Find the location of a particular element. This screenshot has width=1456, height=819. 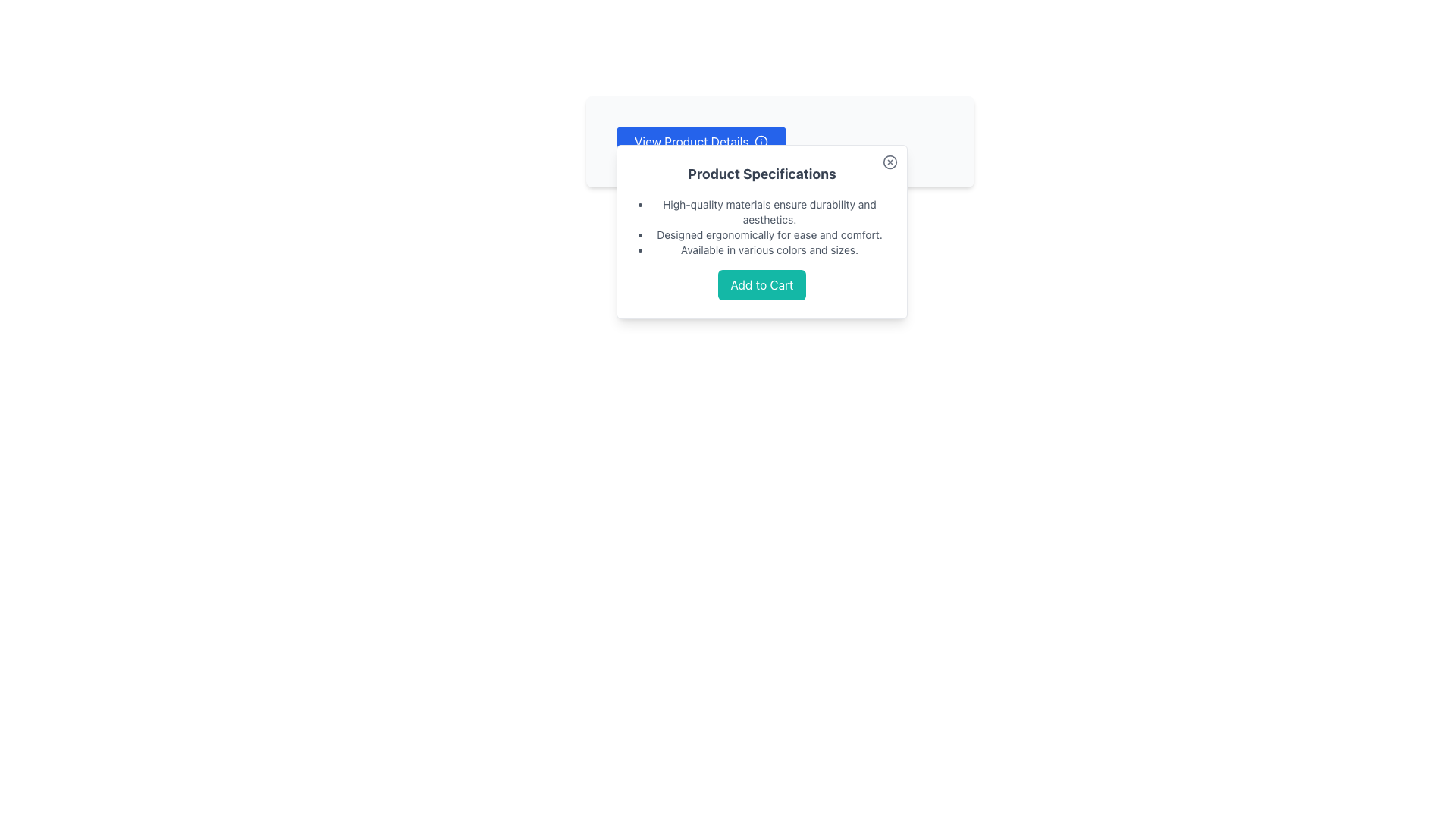

the circular close button (styled as an 'X') located at the top-right corner of the 'Product Specifications' modal is located at coordinates (890, 162).